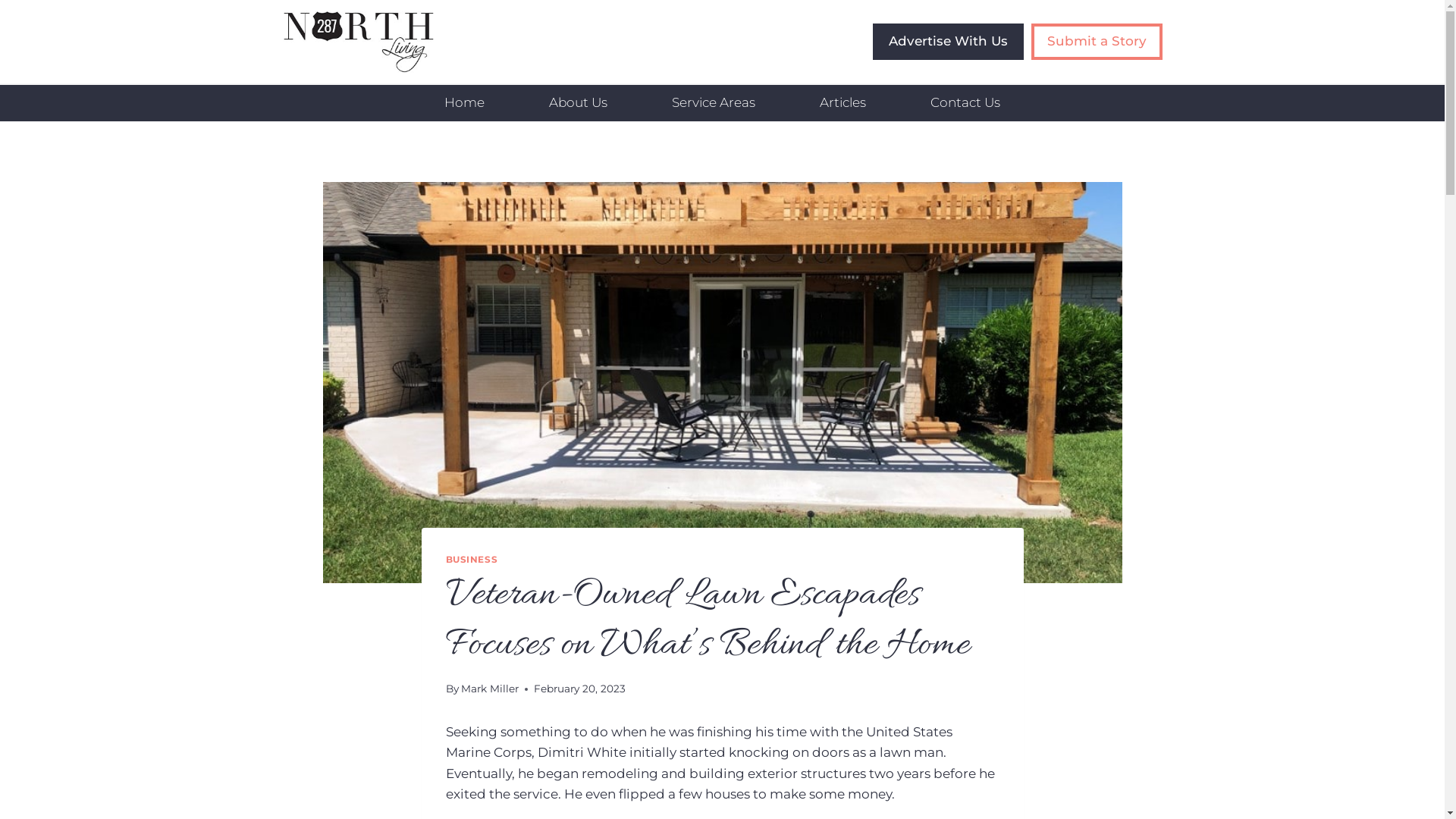 This screenshot has height=819, width=1456. I want to click on 'Home', so click(464, 102).